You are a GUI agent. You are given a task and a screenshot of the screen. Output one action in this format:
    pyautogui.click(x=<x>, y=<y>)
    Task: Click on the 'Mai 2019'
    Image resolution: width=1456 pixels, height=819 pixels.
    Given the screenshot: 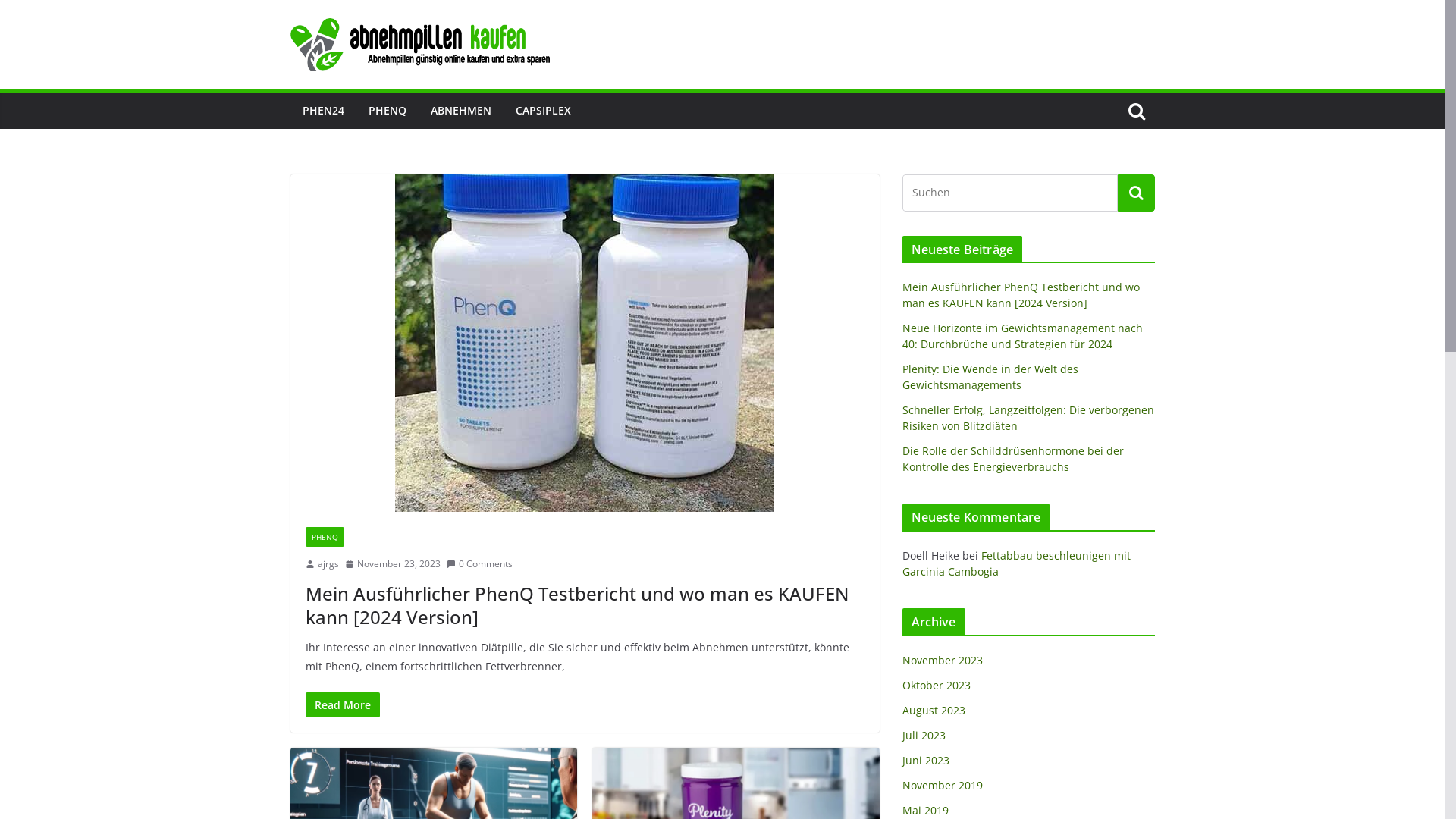 What is the action you would take?
    pyautogui.click(x=924, y=809)
    